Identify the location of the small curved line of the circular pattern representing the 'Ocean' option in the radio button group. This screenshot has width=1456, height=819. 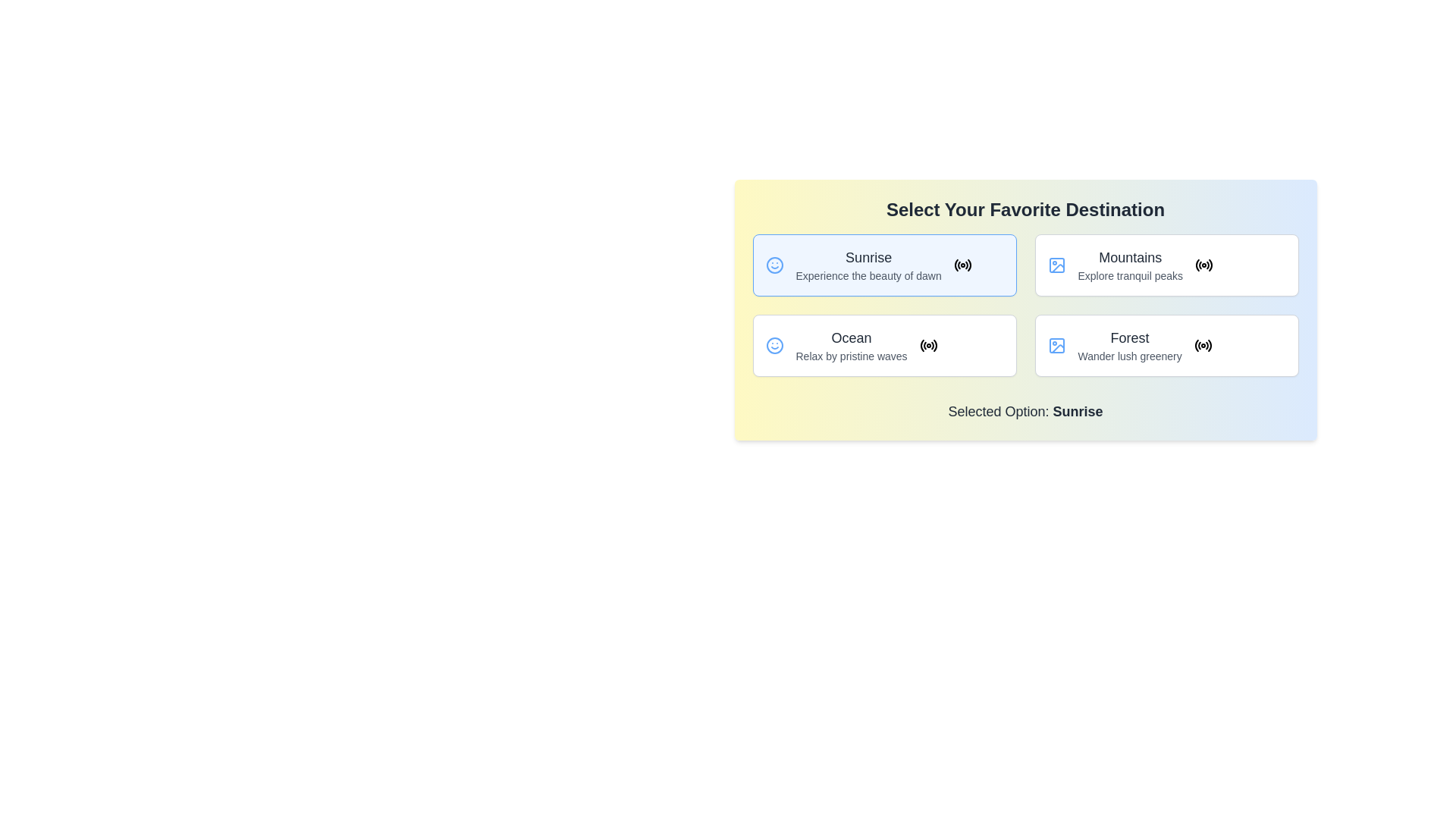
(924, 345).